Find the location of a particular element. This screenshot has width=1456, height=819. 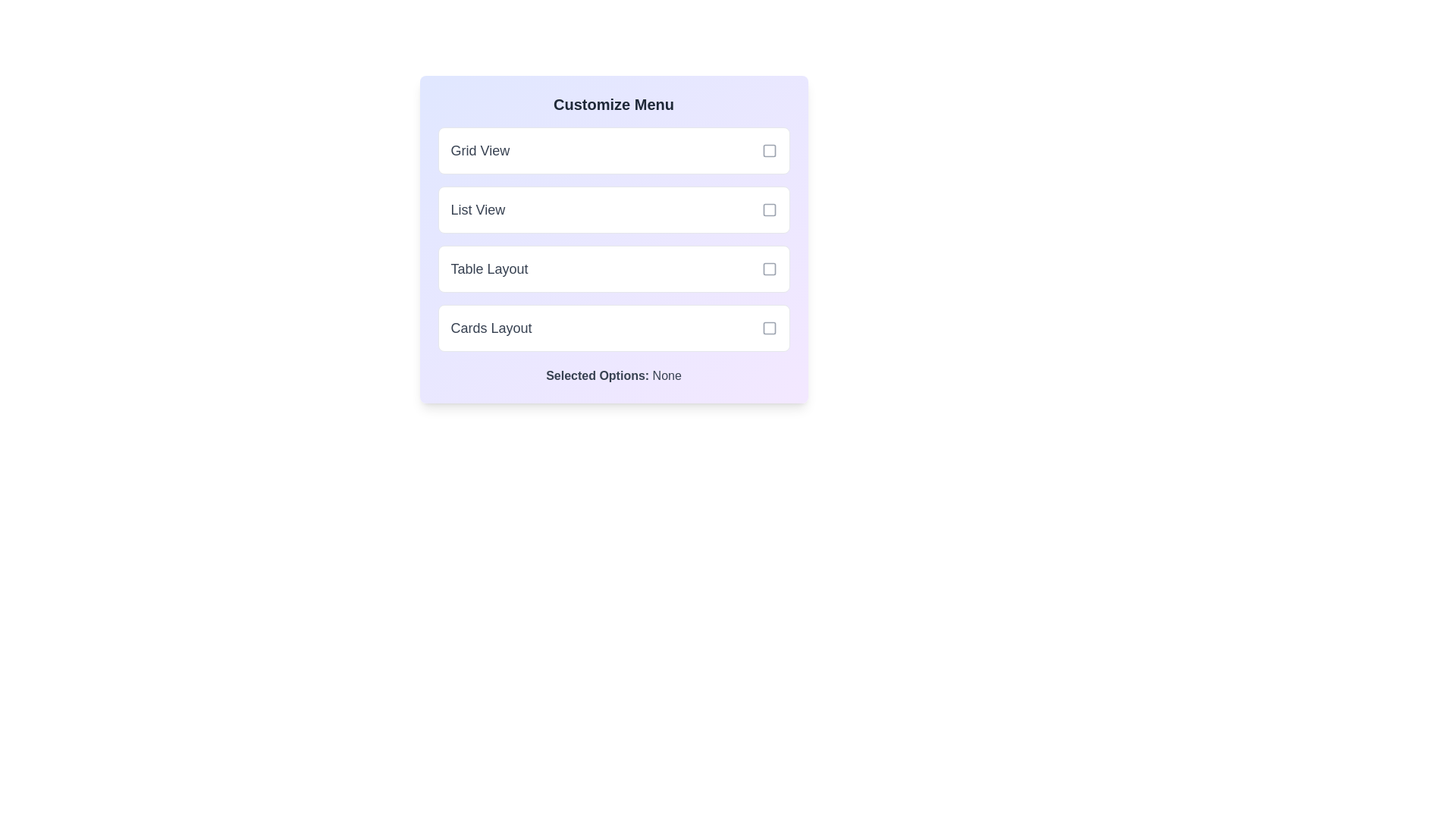

text label displaying 'Cards Layout' located in the fourth row of the 'Customize Menu' panel, to the left of an empty checkbox is located at coordinates (491, 327).